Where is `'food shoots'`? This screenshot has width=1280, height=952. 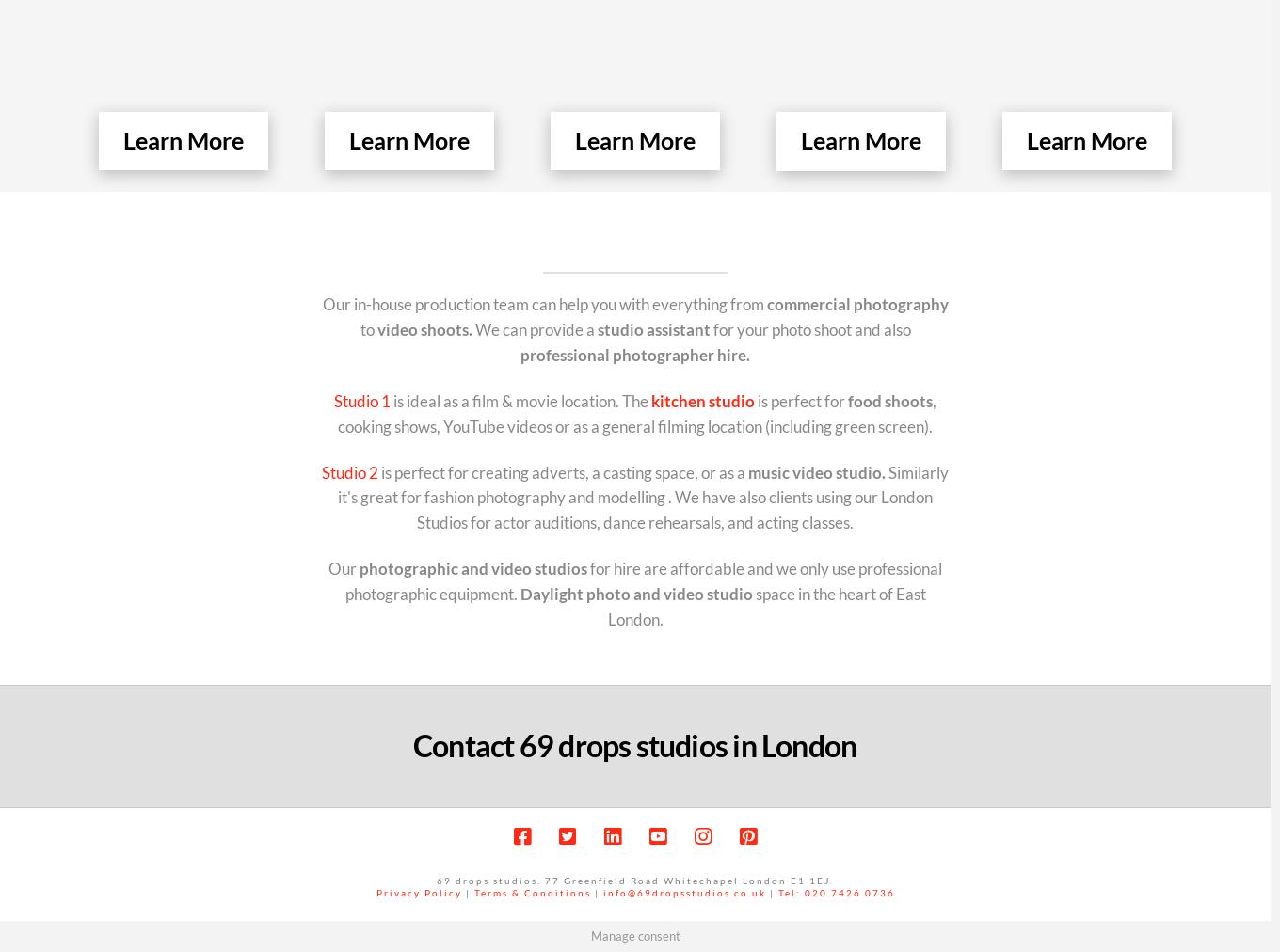 'food shoots' is located at coordinates (890, 400).